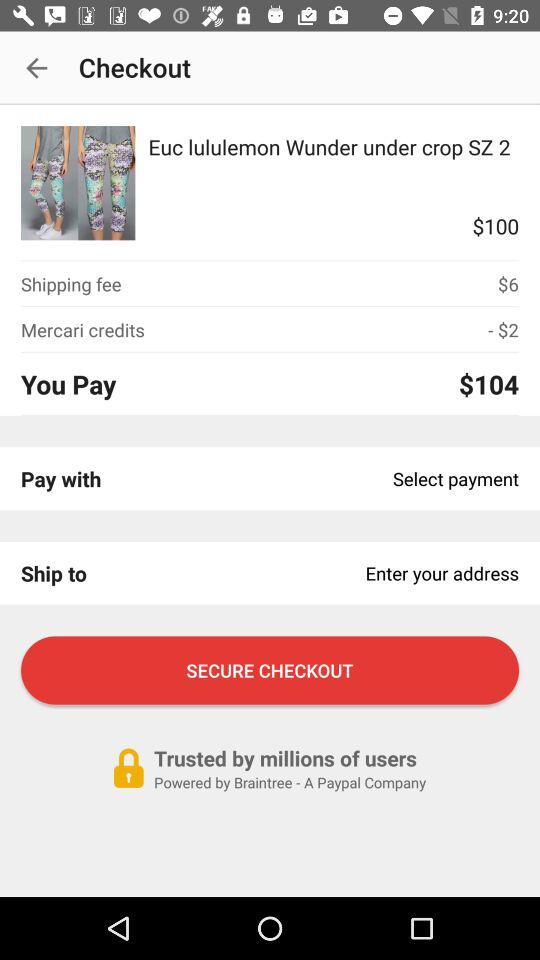  I want to click on the app to the left of the checkout item, so click(36, 68).